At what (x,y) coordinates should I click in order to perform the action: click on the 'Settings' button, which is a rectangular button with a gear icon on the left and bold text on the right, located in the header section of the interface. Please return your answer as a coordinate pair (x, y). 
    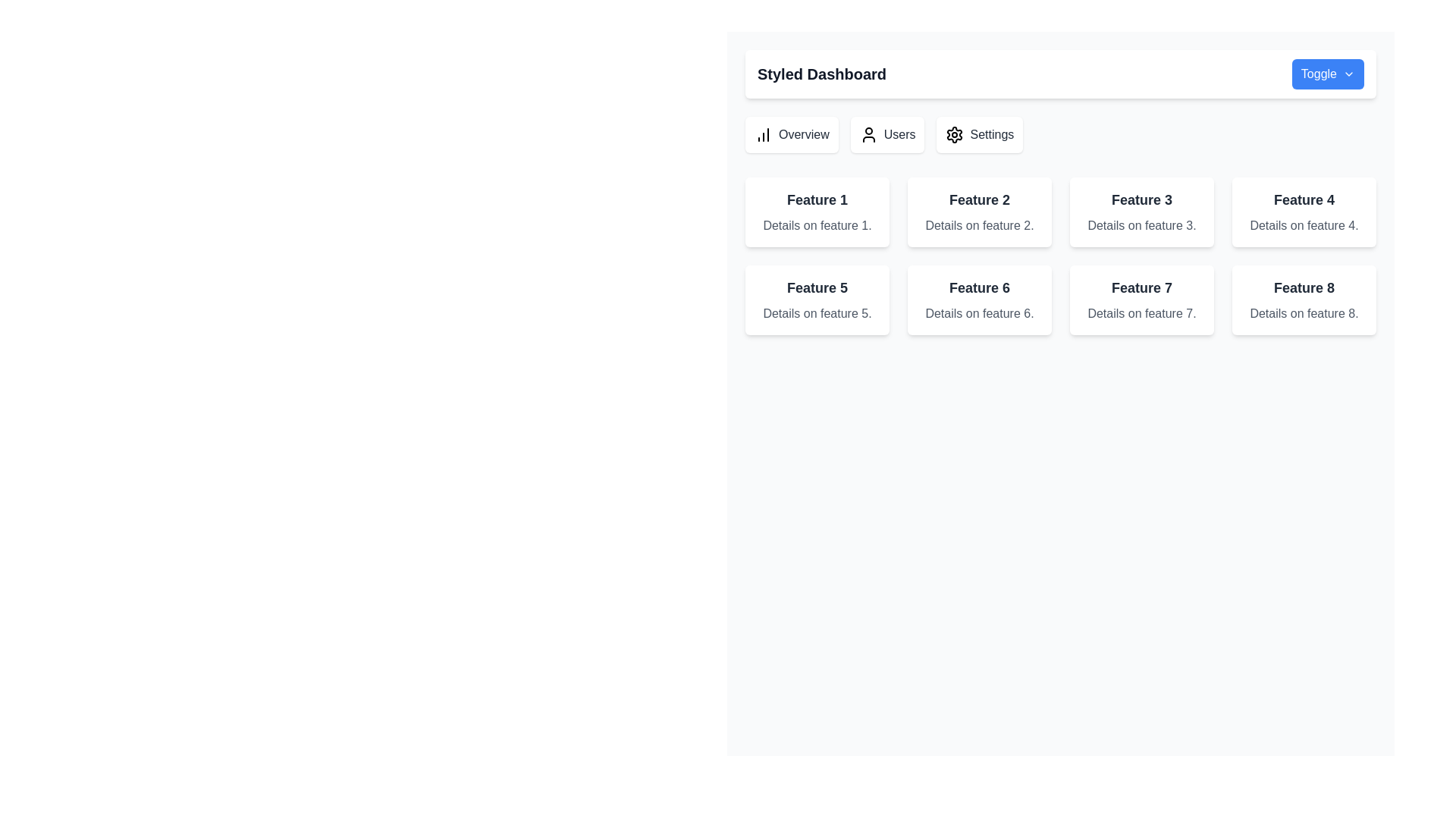
    Looking at the image, I should click on (980, 133).